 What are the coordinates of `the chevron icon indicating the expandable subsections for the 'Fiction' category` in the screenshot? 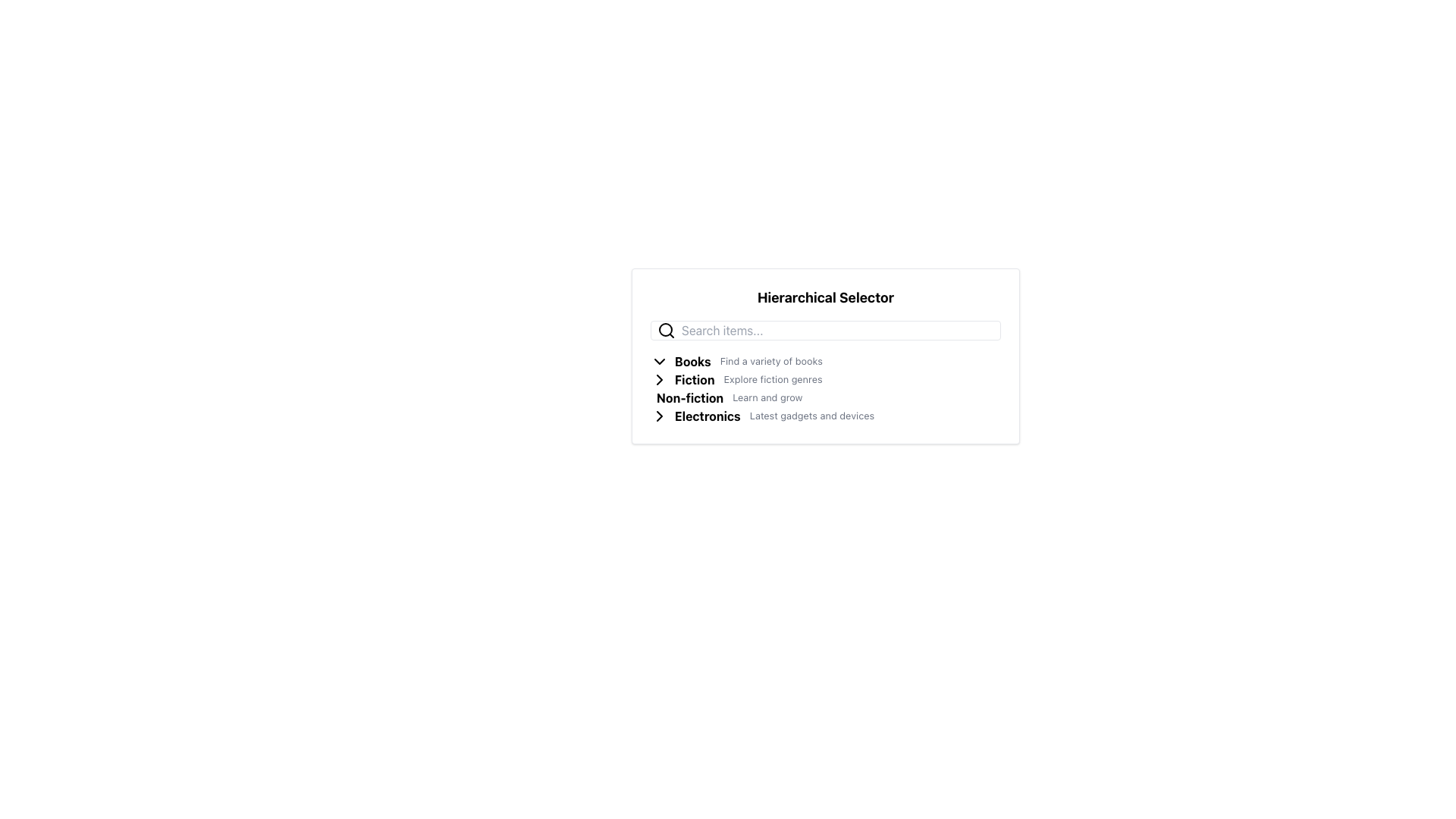 It's located at (662, 379).